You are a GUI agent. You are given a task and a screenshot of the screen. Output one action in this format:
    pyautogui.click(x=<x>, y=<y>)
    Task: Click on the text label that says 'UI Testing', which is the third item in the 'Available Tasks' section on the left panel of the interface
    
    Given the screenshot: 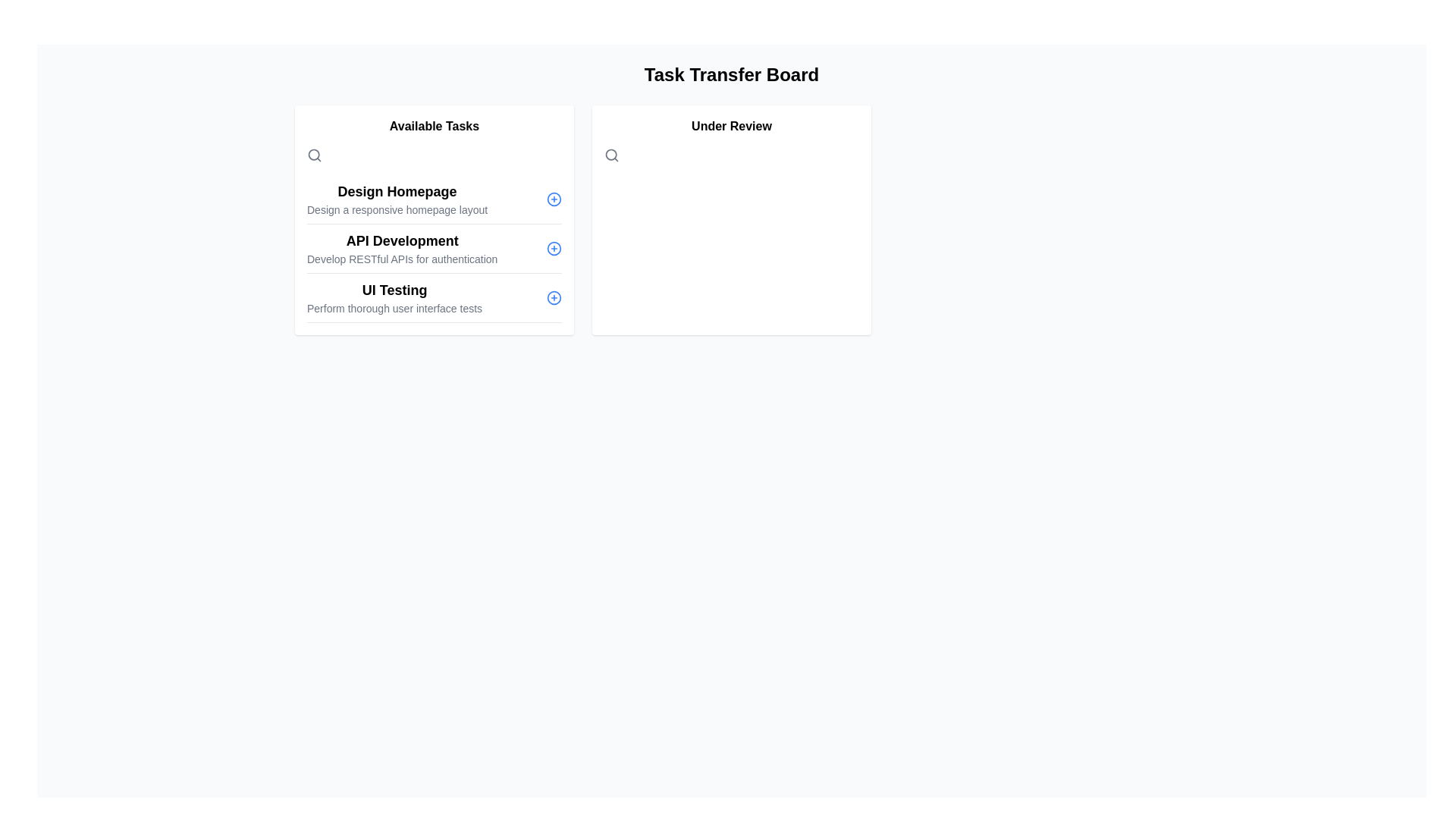 What is the action you would take?
    pyautogui.click(x=394, y=290)
    